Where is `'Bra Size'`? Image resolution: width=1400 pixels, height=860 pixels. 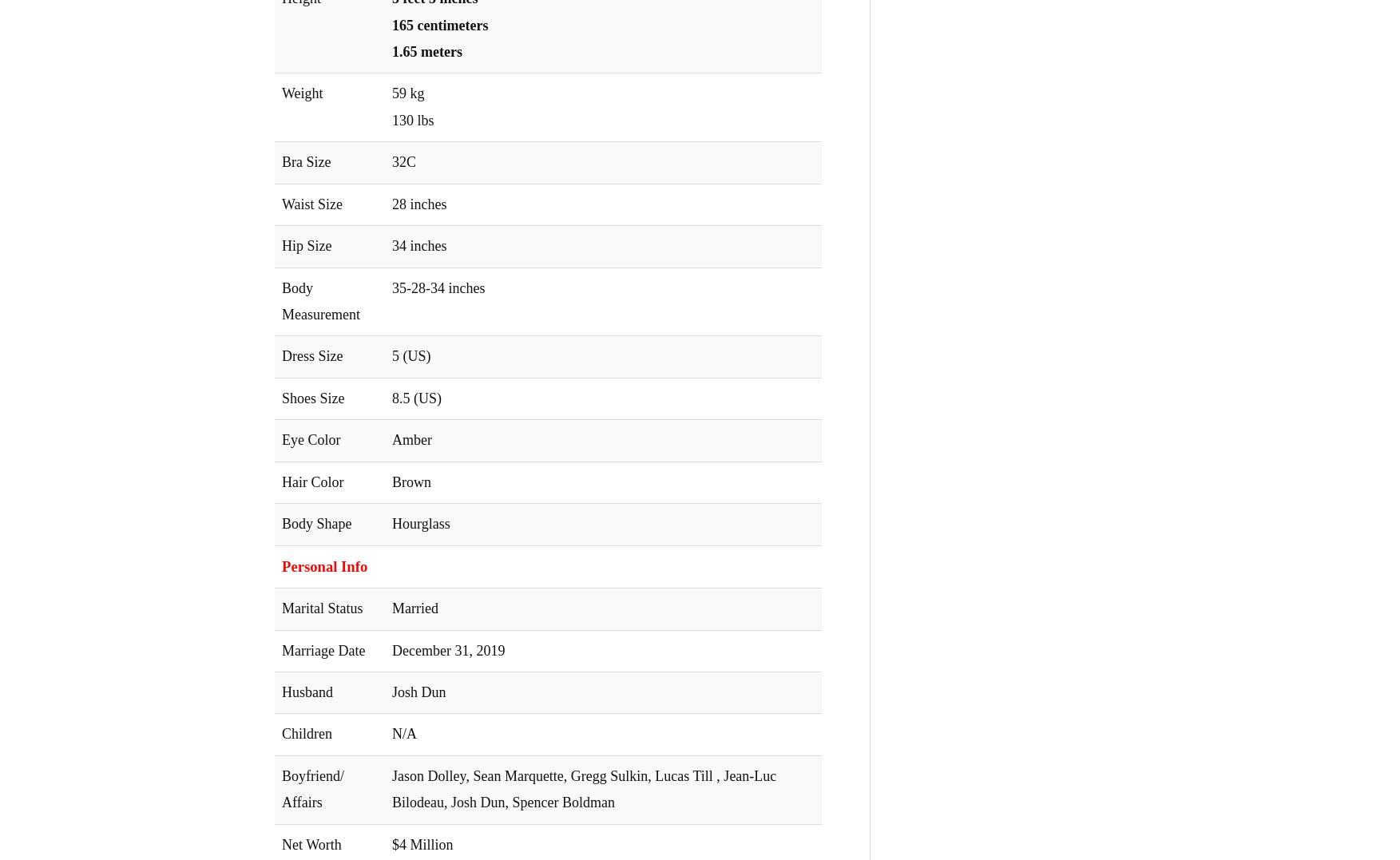
'Bra Size' is located at coordinates (306, 161).